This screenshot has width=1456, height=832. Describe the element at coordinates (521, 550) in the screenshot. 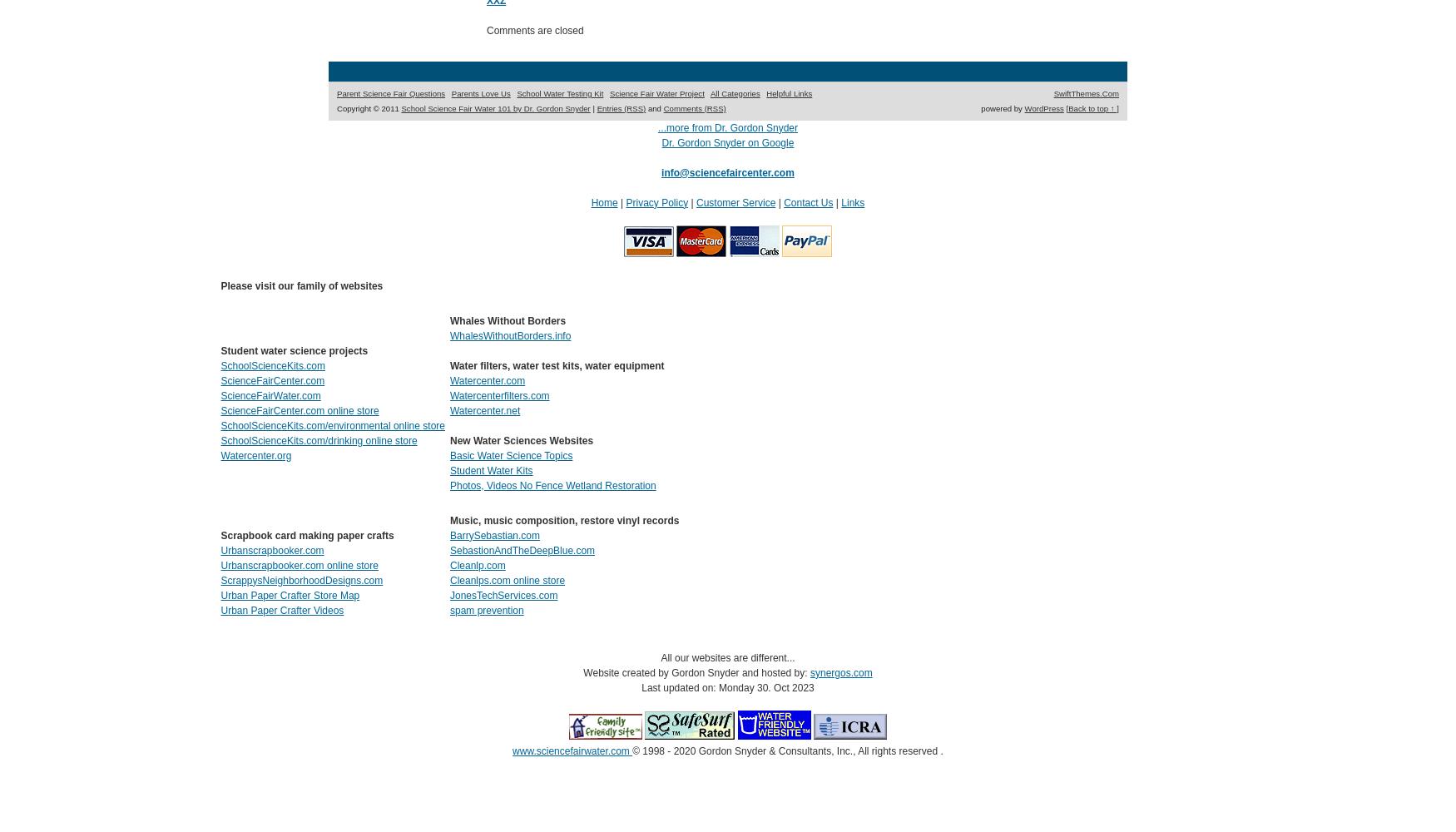

I see `'SebastionAndTheDeepBlue.com'` at that location.